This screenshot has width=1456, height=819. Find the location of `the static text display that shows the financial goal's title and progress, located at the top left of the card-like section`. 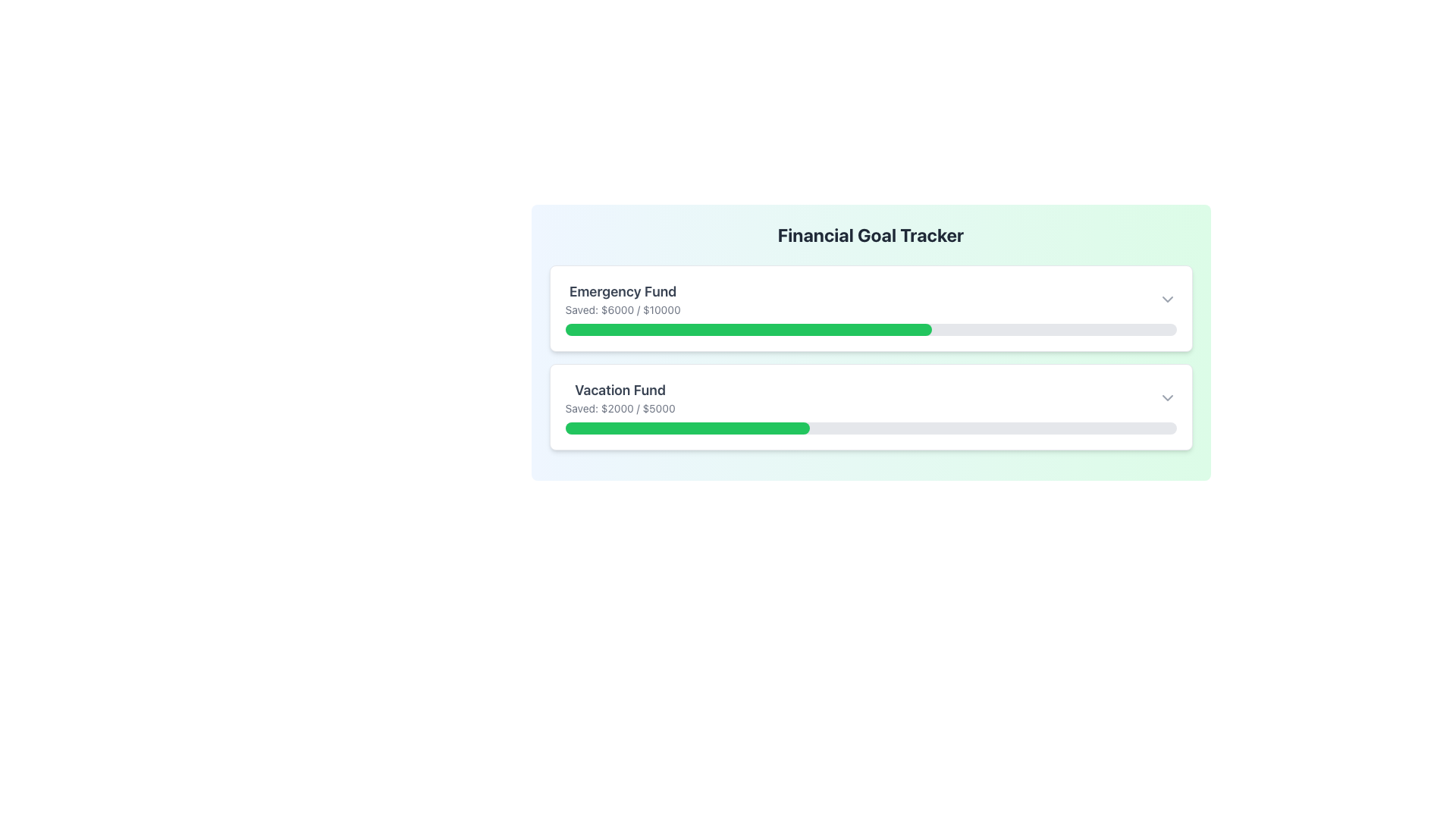

the static text display that shows the financial goal's title and progress, located at the top left of the card-like section is located at coordinates (623, 299).